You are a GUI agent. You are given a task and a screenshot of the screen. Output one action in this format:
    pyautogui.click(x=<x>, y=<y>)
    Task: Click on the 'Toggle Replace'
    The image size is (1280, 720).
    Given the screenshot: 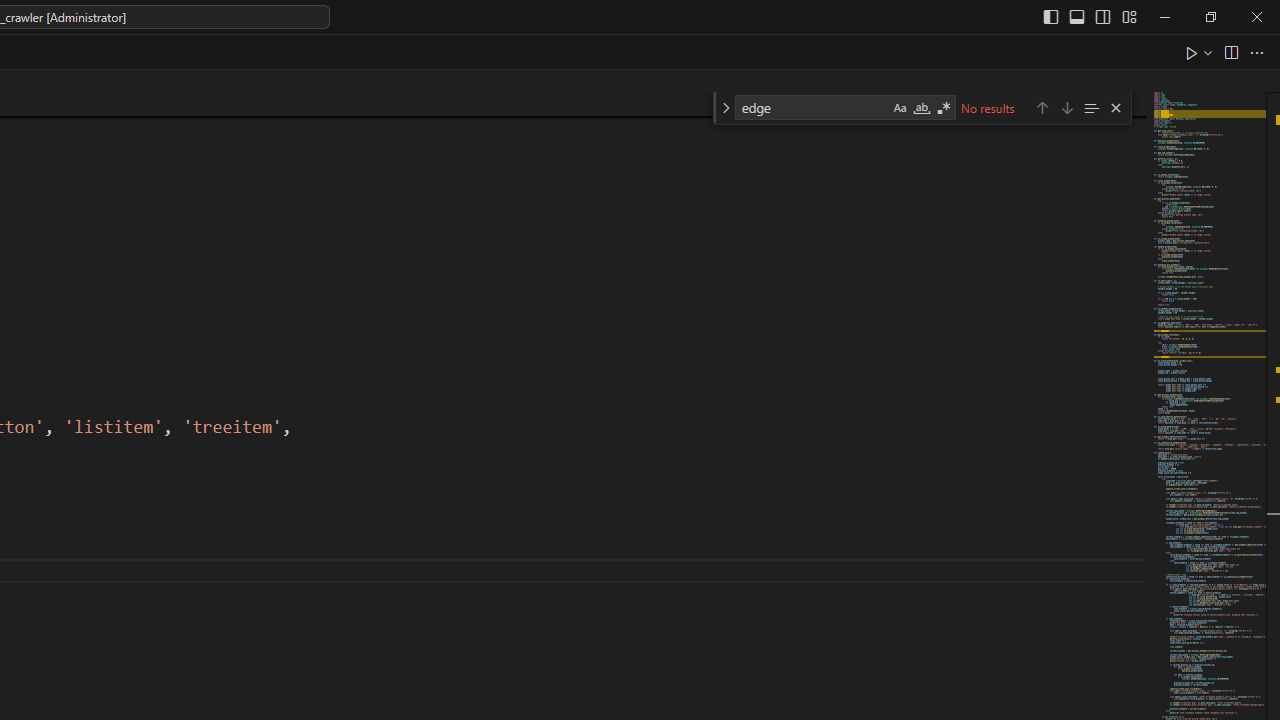 What is the action you would take?
    pyautogui.click(x=724, y=108)
    